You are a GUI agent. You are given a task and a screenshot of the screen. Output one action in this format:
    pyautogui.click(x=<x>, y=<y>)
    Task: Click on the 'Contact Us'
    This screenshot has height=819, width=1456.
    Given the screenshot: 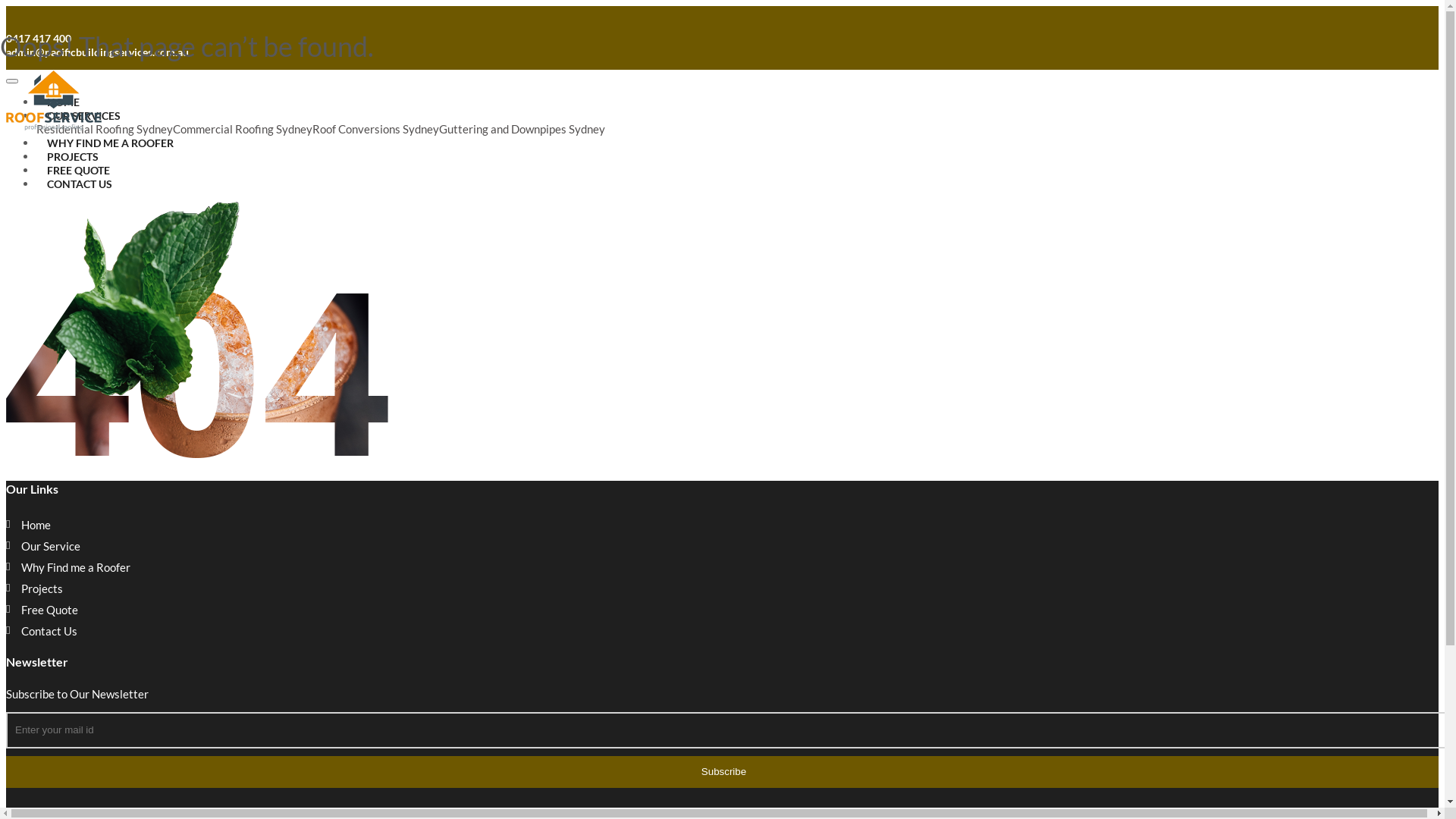 What is the action you would take?
    pyautogui.click(x=49, y=631)
    